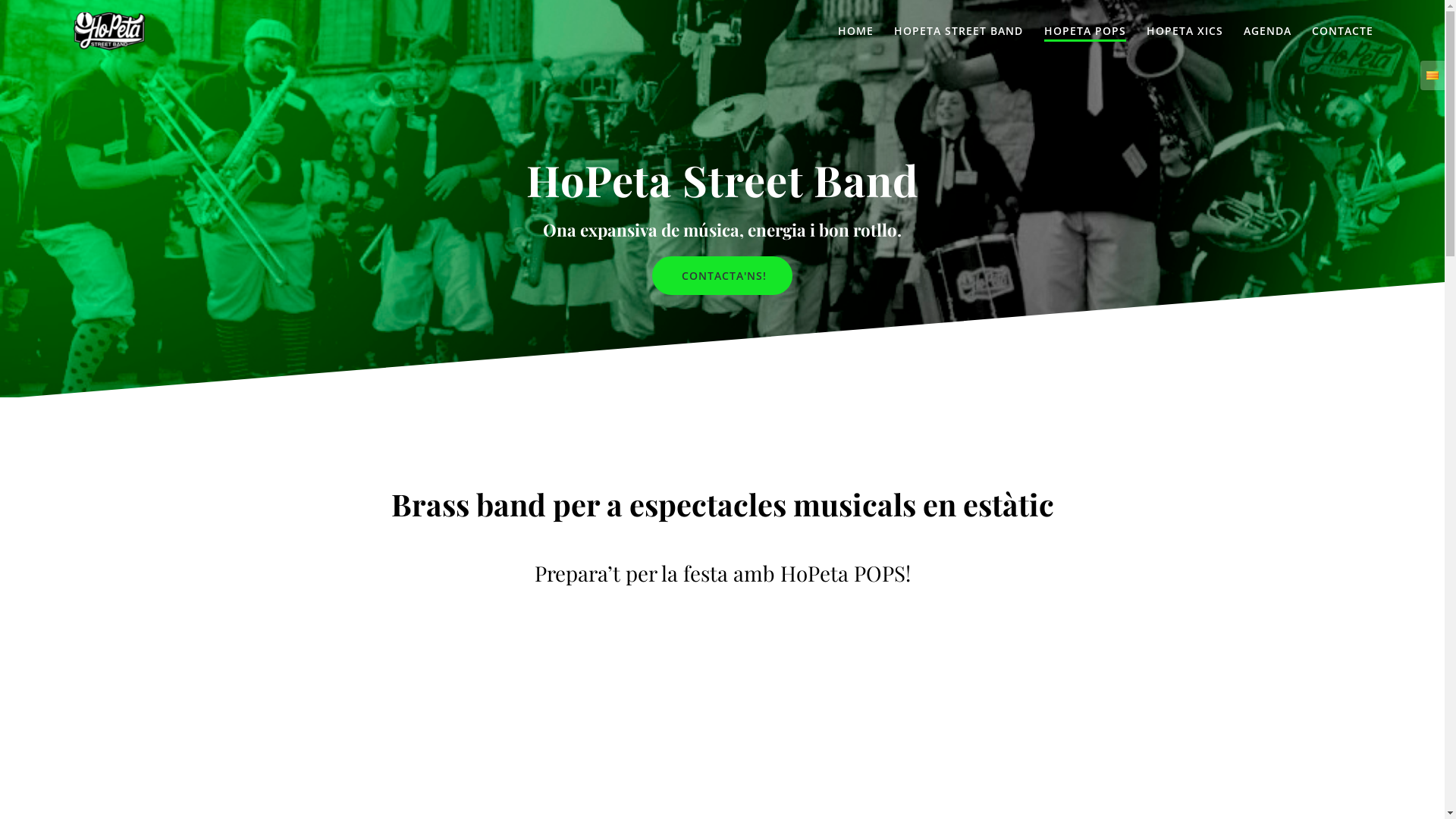 The height and width of the screenshot is (819, 1456). What do you see at coordinates (651, 275) in the screenshot?
I see `'CONTACTA'NS!'` at bounding box center [651, 275].